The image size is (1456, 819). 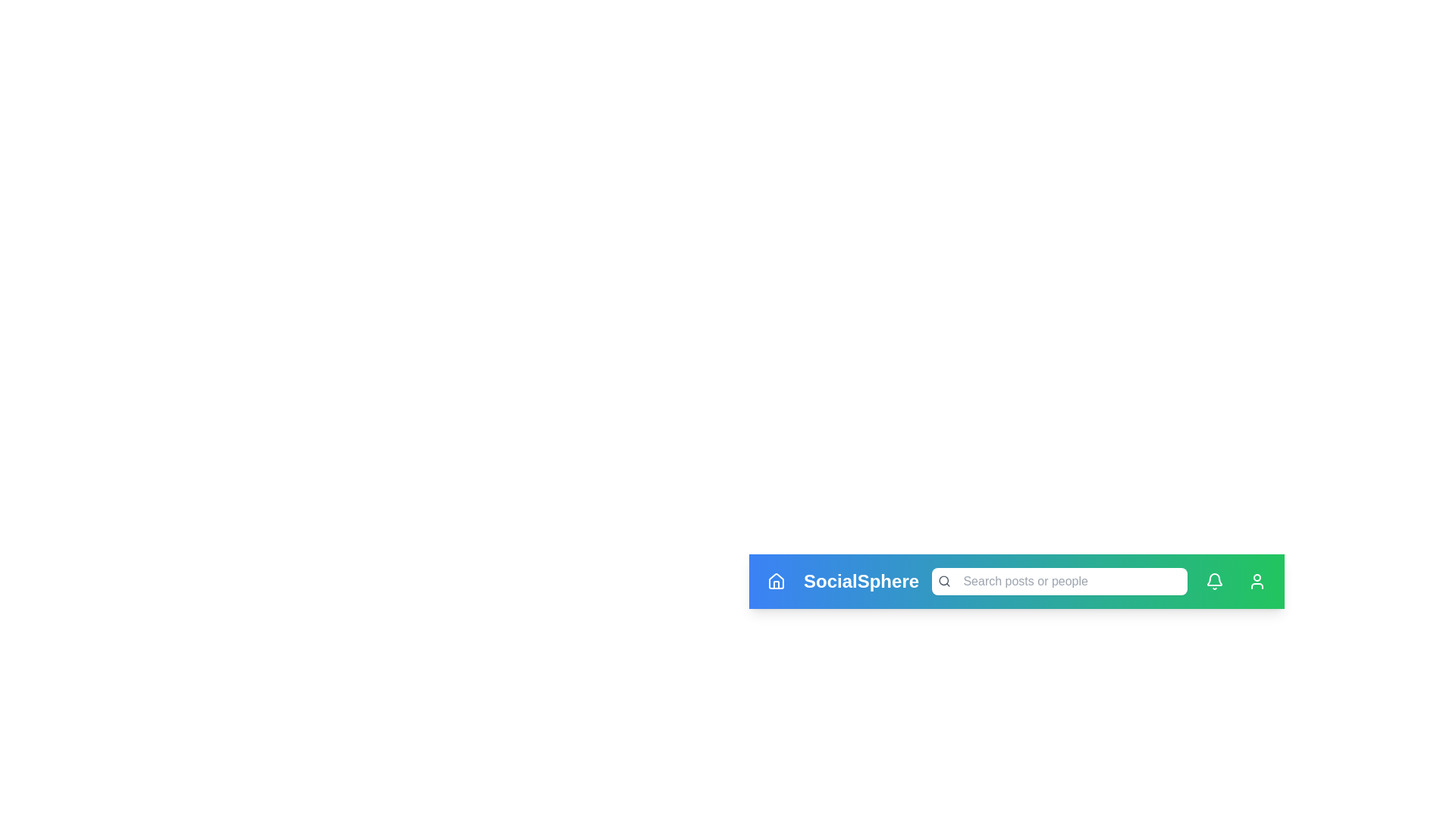 What do you see at coordinates (1070, 581) in the screenshot?
I see `the search bar and type the query 'example query'` at bounding box center [1070, 581].